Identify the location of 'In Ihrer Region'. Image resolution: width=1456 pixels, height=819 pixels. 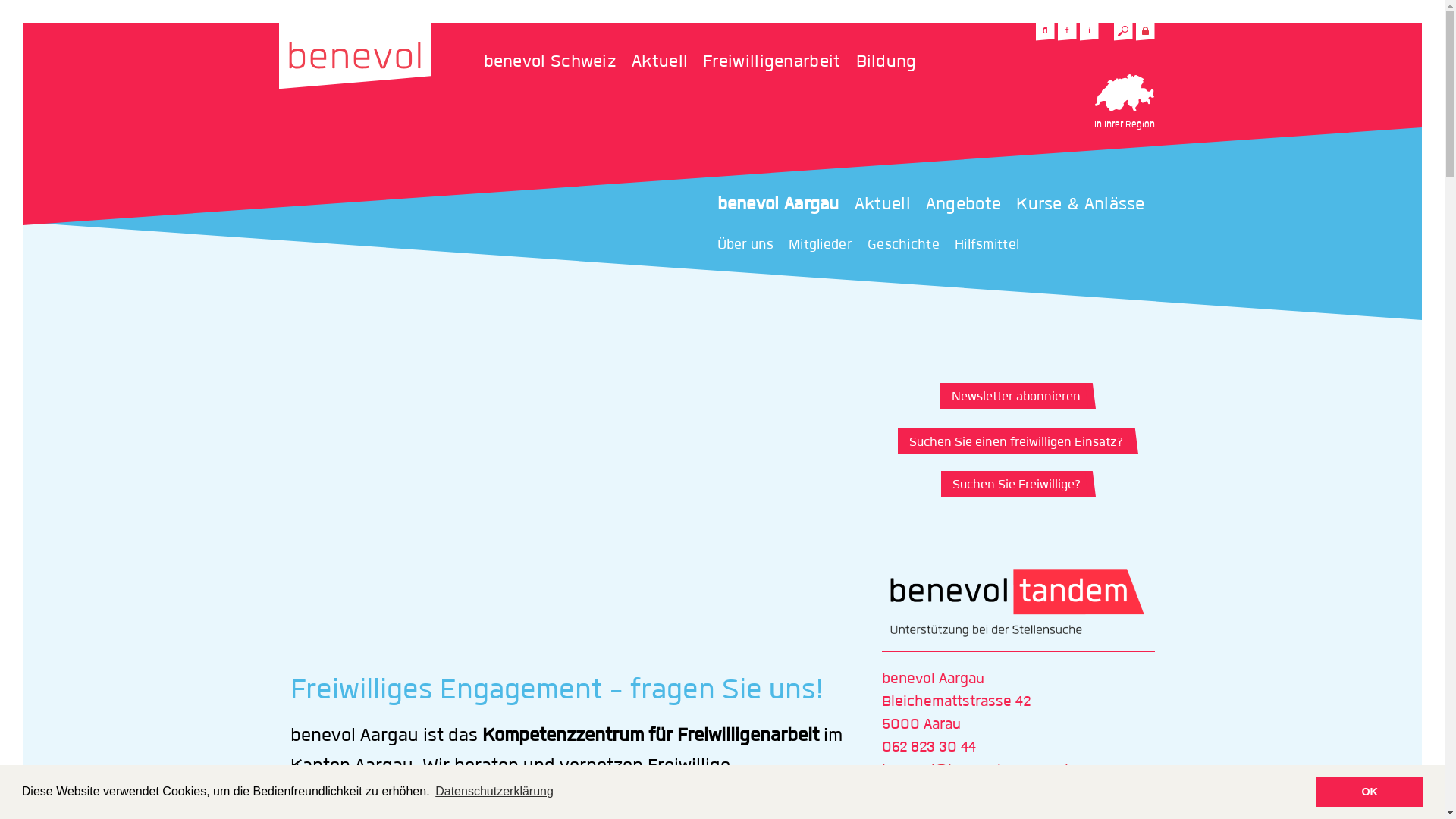
(1124, 103).